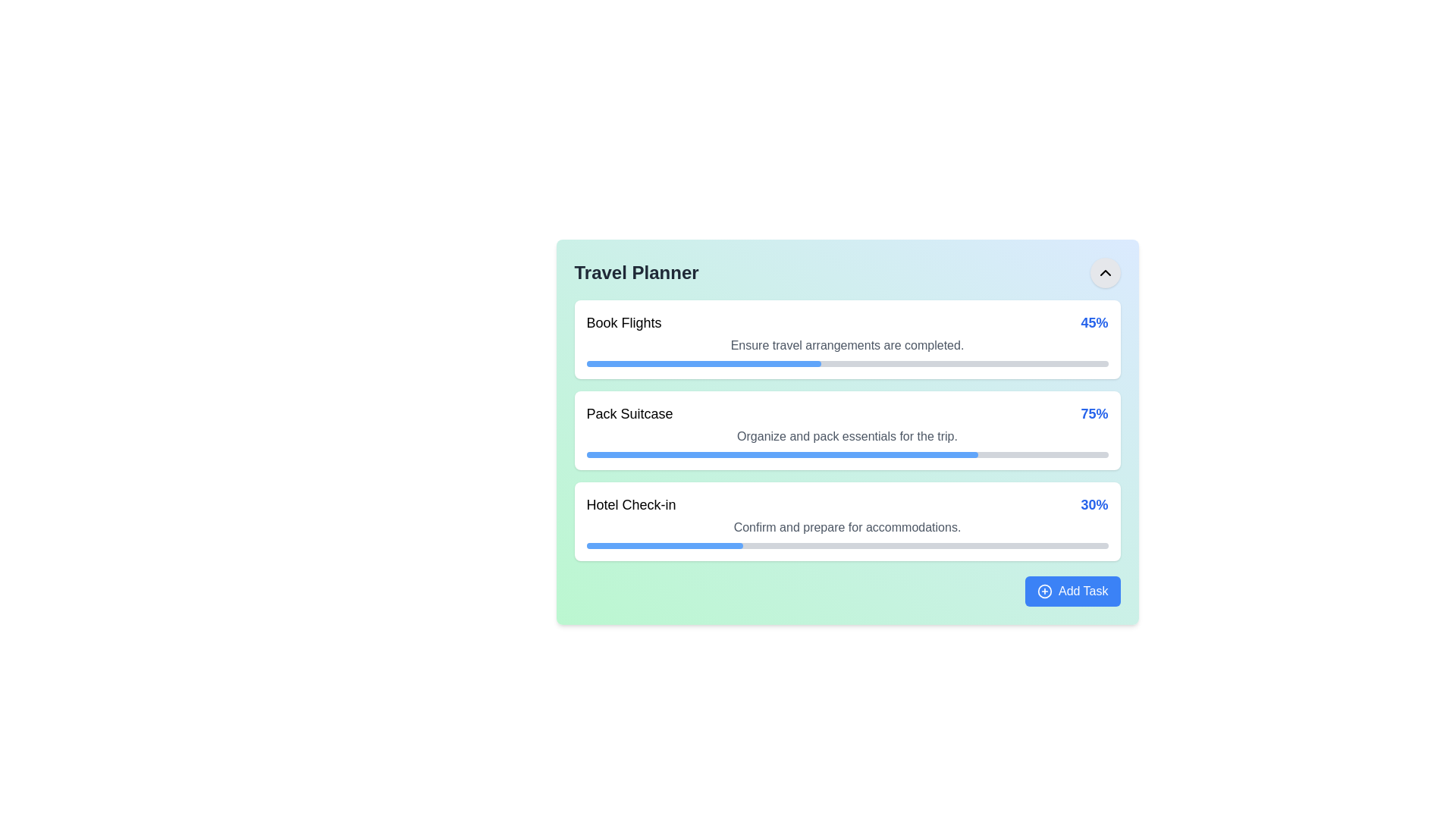 The image size is (1456, 819). I want to click on the circular icon within the 'Add Task' button, which has a blue background and white text, located at the bottom-right corner of the interface, so click(1043, 590).